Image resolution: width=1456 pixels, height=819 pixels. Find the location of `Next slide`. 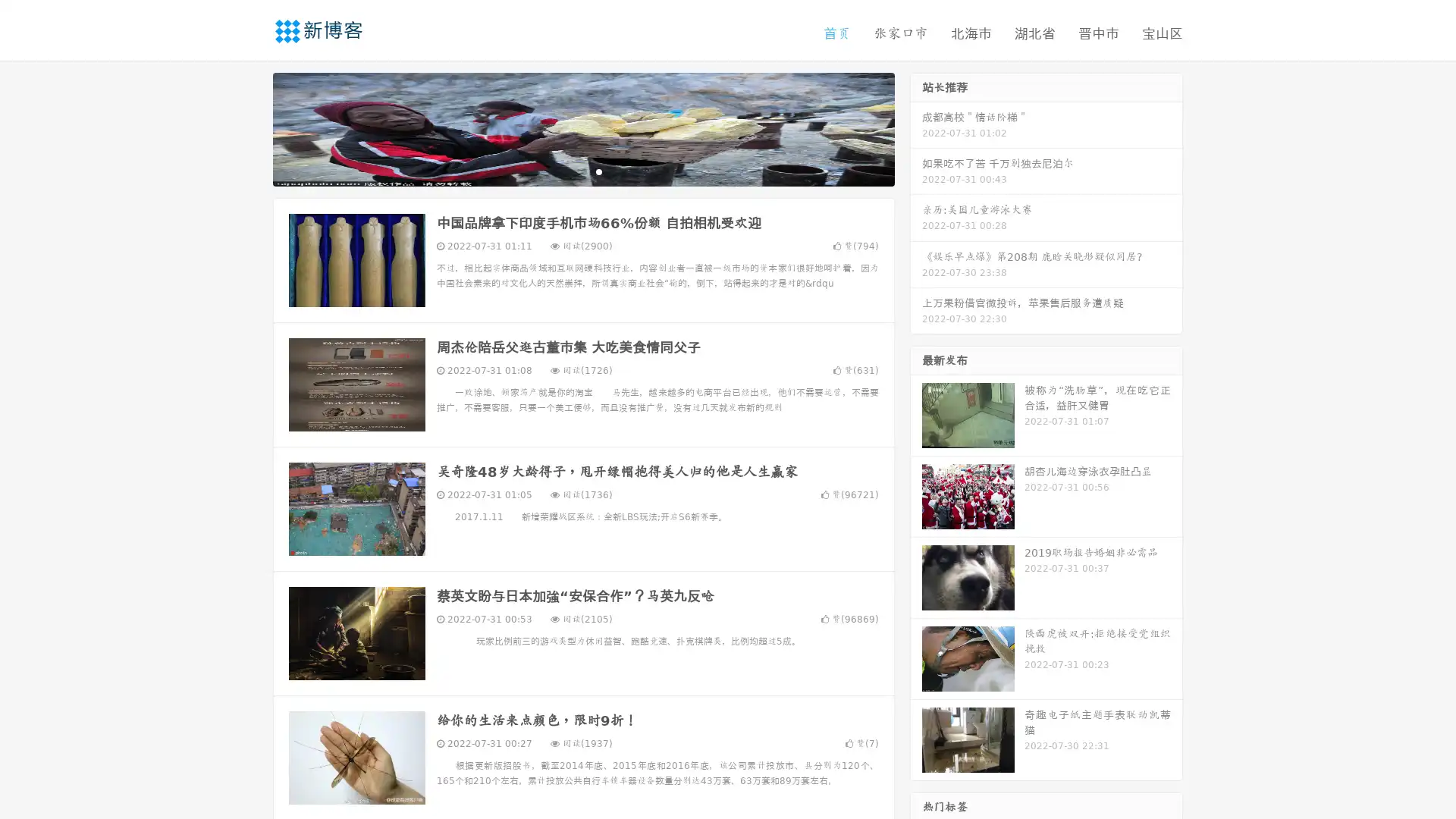

Next slide is located at coordinates (916, 127).